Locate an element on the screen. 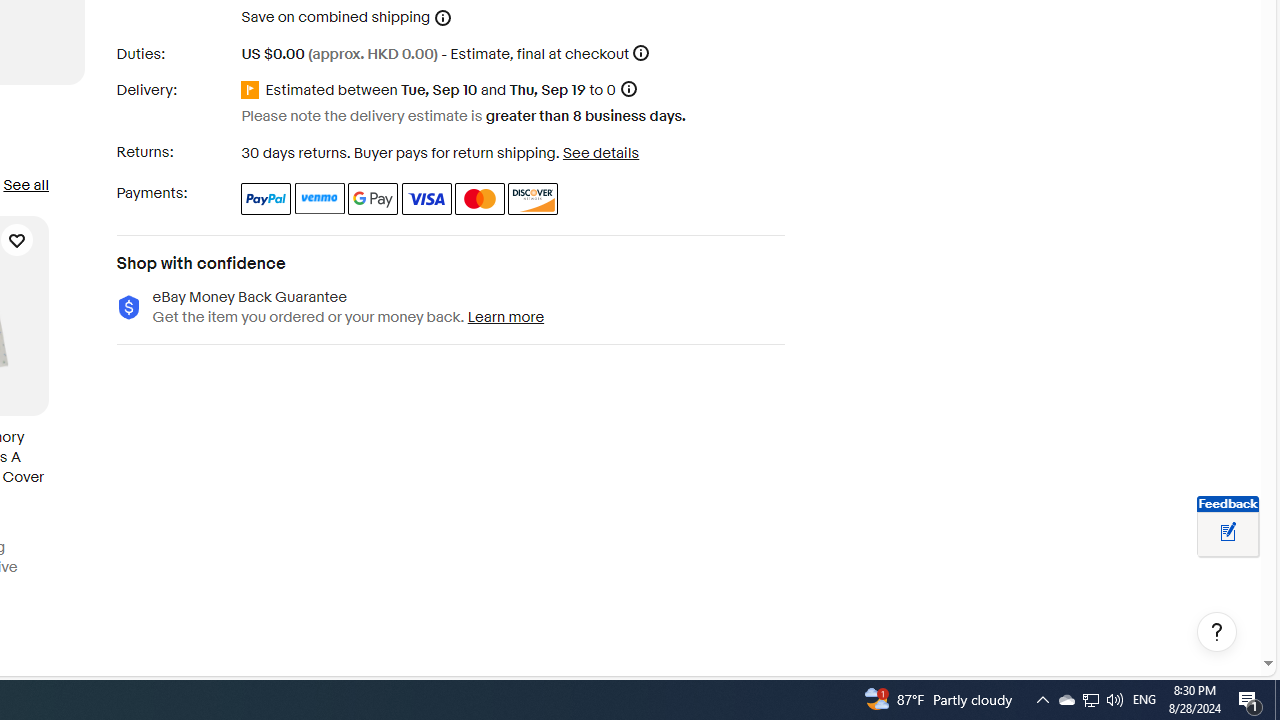  'Help, opens dialogs' is located at coordinates (1216, 632).